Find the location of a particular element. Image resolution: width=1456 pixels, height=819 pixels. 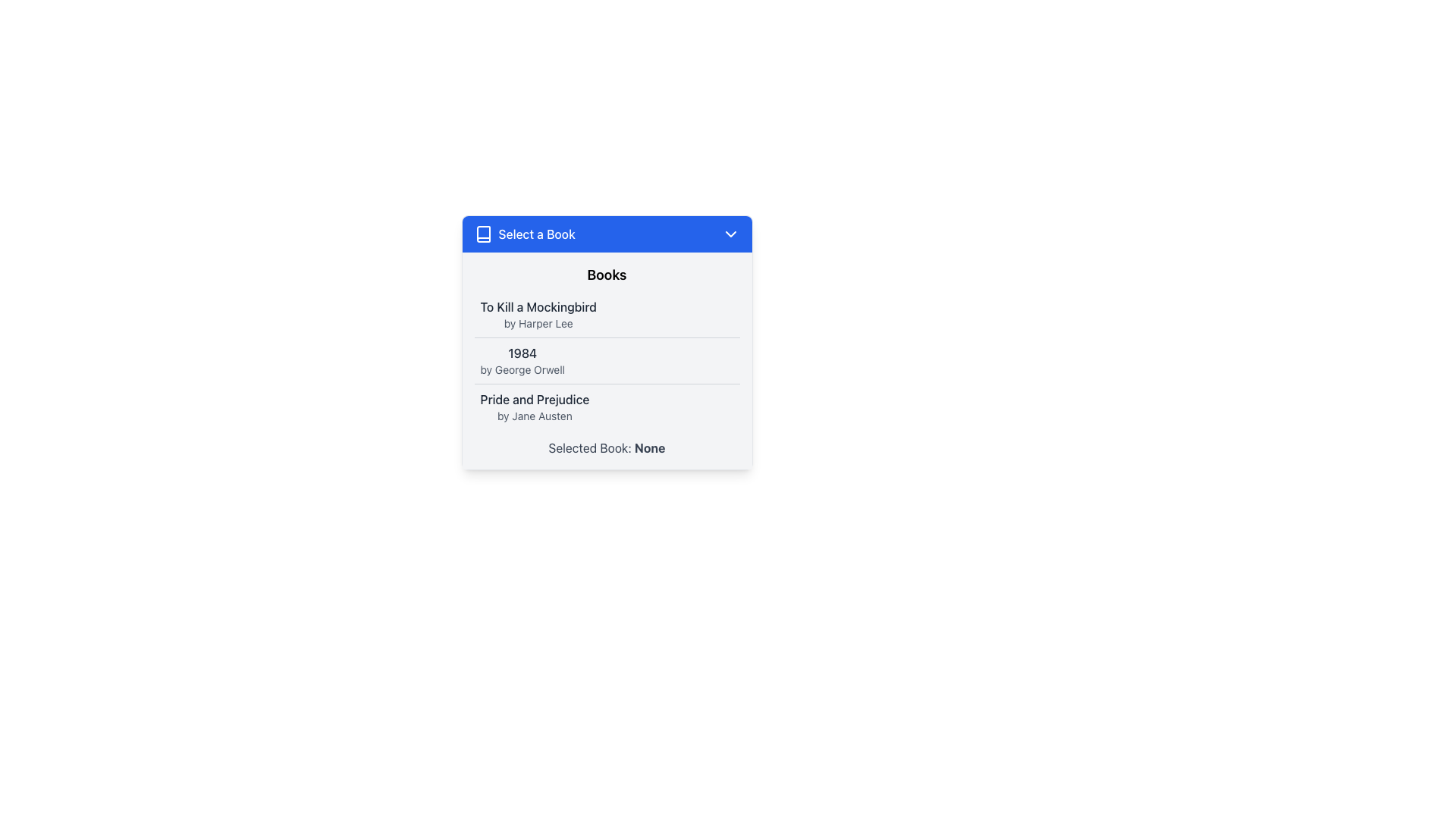

the third list item representing 'Pride and Prejudice' is located at coordinates (607, 406).